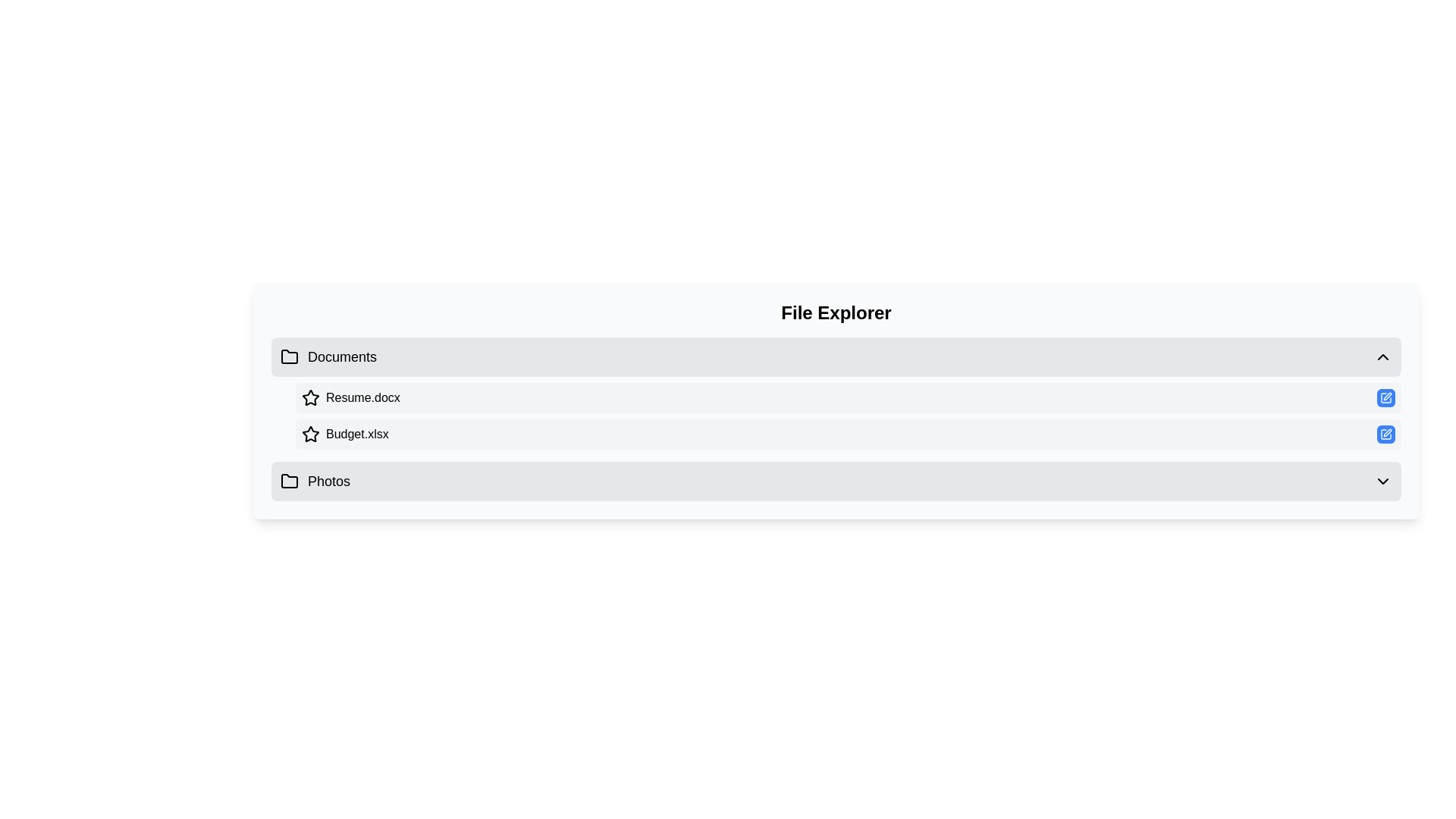 Image resolution: width=1456 pixels, height=819 pixels. What do you see at coordinates (290, 482) in the screenshot?
I see `the folder icon representing the 'Photos' folder in the file explorer interface, located to the left of the 'Photos' label` at bounding box center [290, 482].